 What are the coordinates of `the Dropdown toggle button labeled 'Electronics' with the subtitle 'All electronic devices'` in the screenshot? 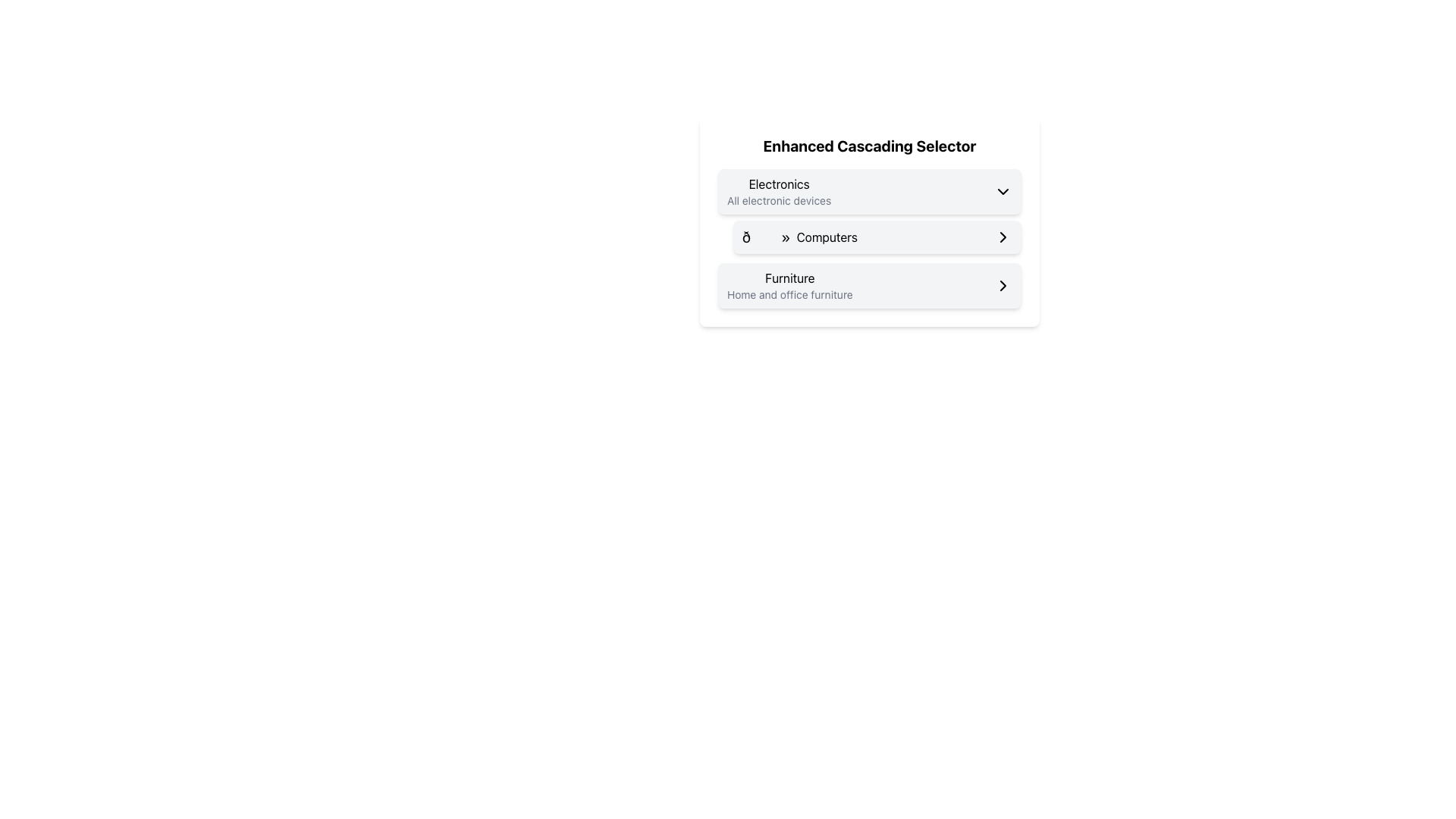 It's located at (870, 191).